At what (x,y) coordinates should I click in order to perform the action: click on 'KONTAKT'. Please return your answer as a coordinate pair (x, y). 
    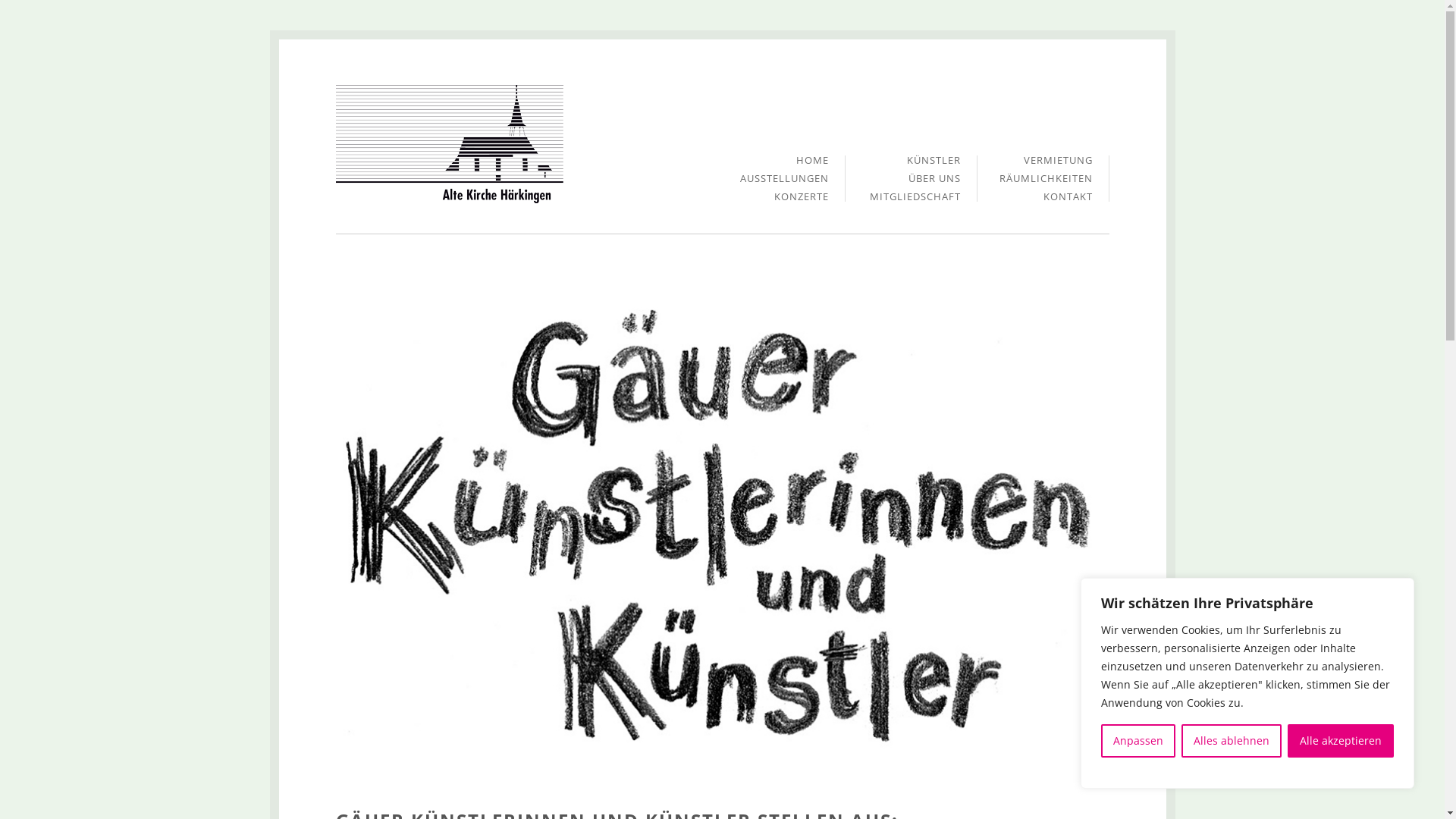
    Looking at the image, I should click on (1067, 196).